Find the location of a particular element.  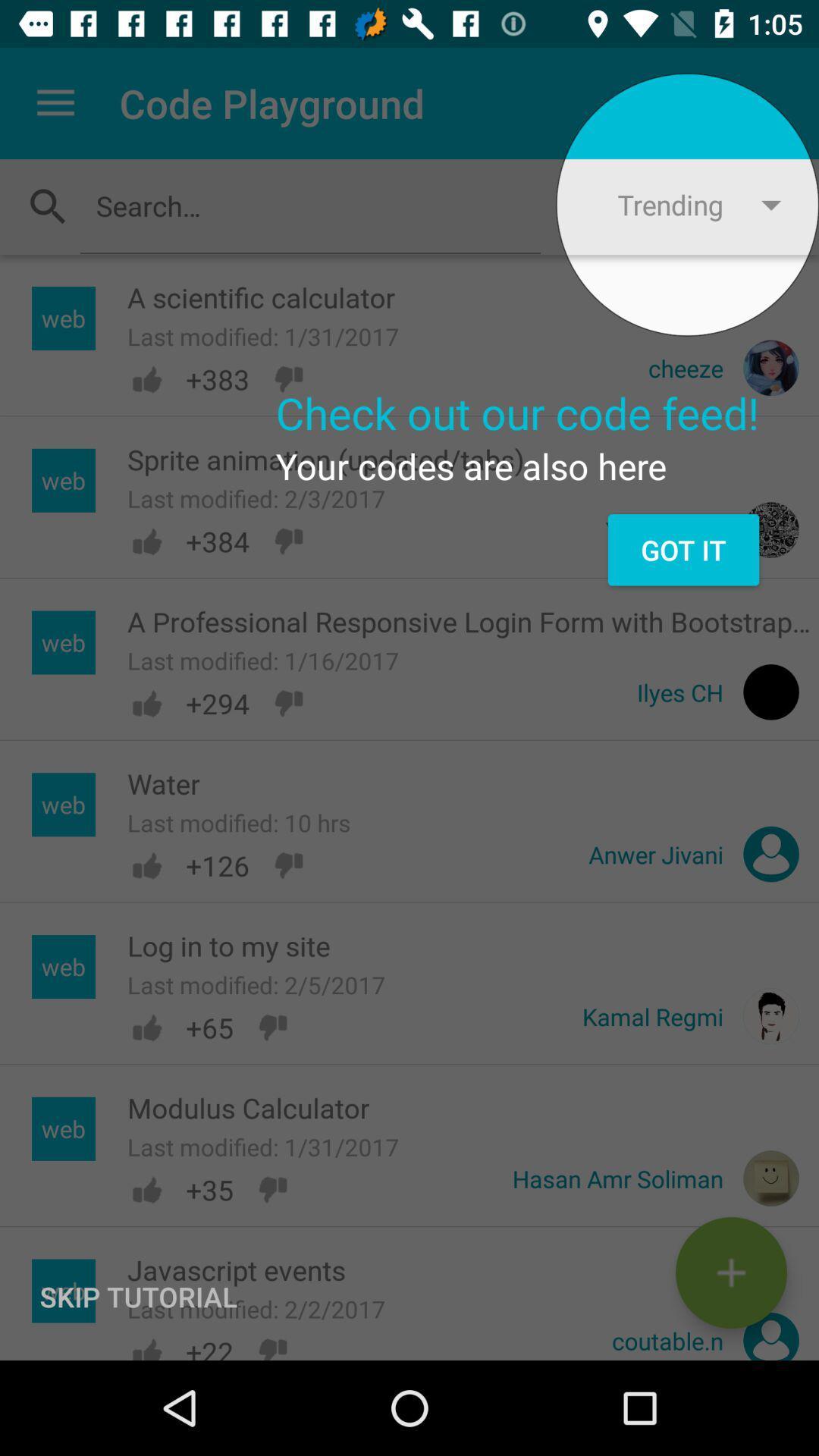

the add icon is located at coordinates (730, 1272).